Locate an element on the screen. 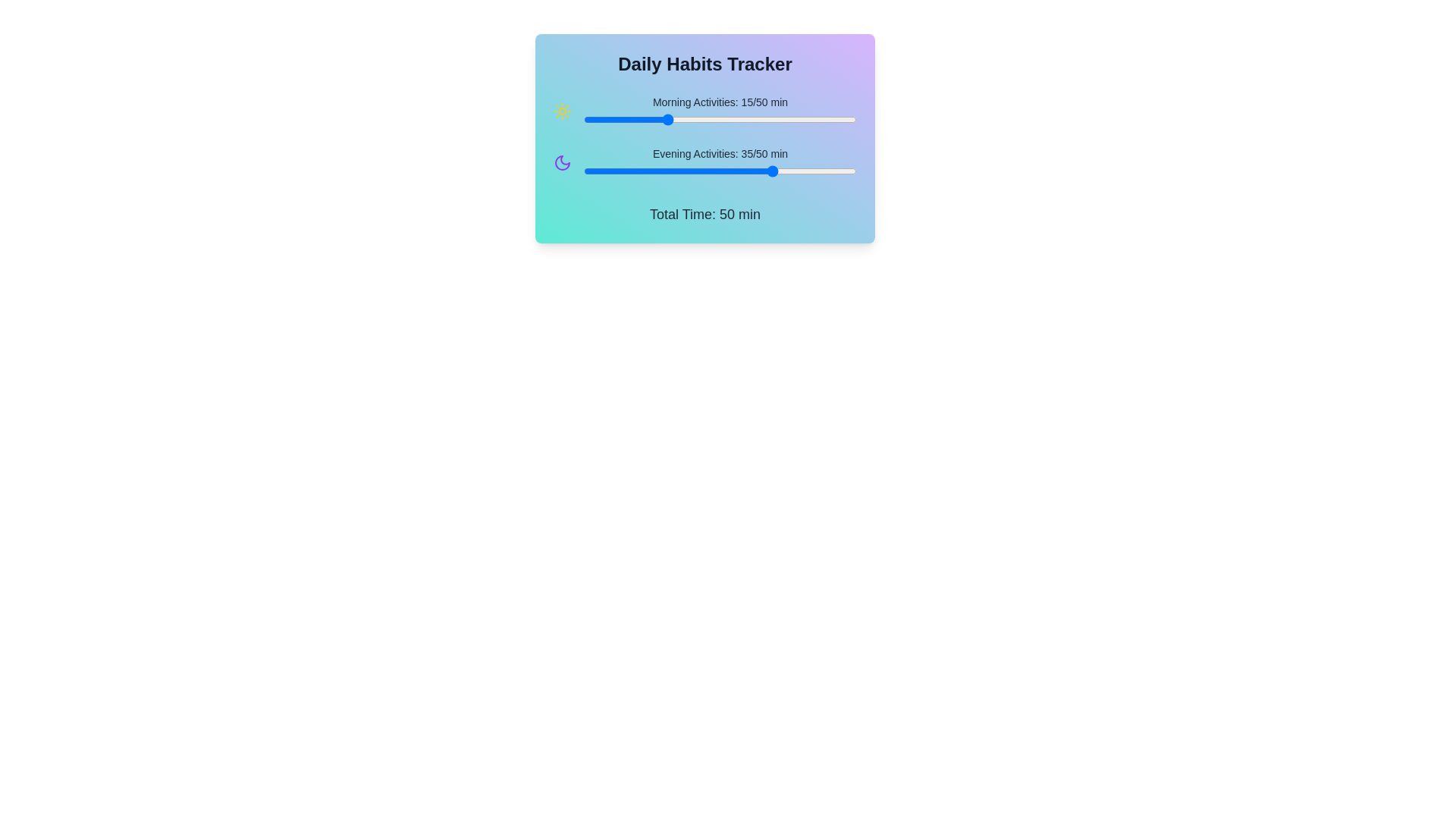  the evening activity time is located at coordinates (829, 171).